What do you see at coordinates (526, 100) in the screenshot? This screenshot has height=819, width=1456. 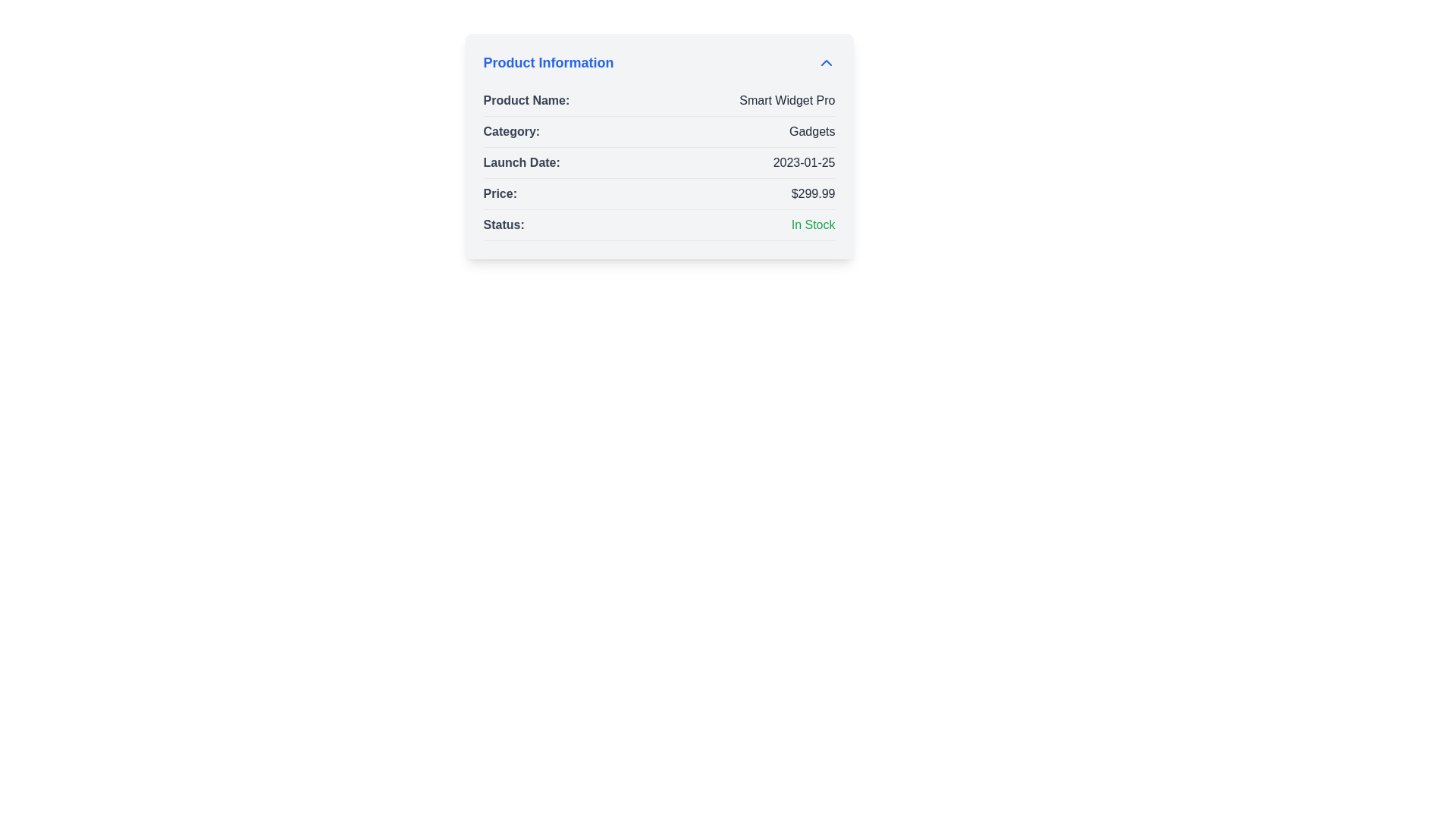 I see `label that describes the product's name located at the top of the details panel labeled 'Product Information'` at bounding box center [526, 100].